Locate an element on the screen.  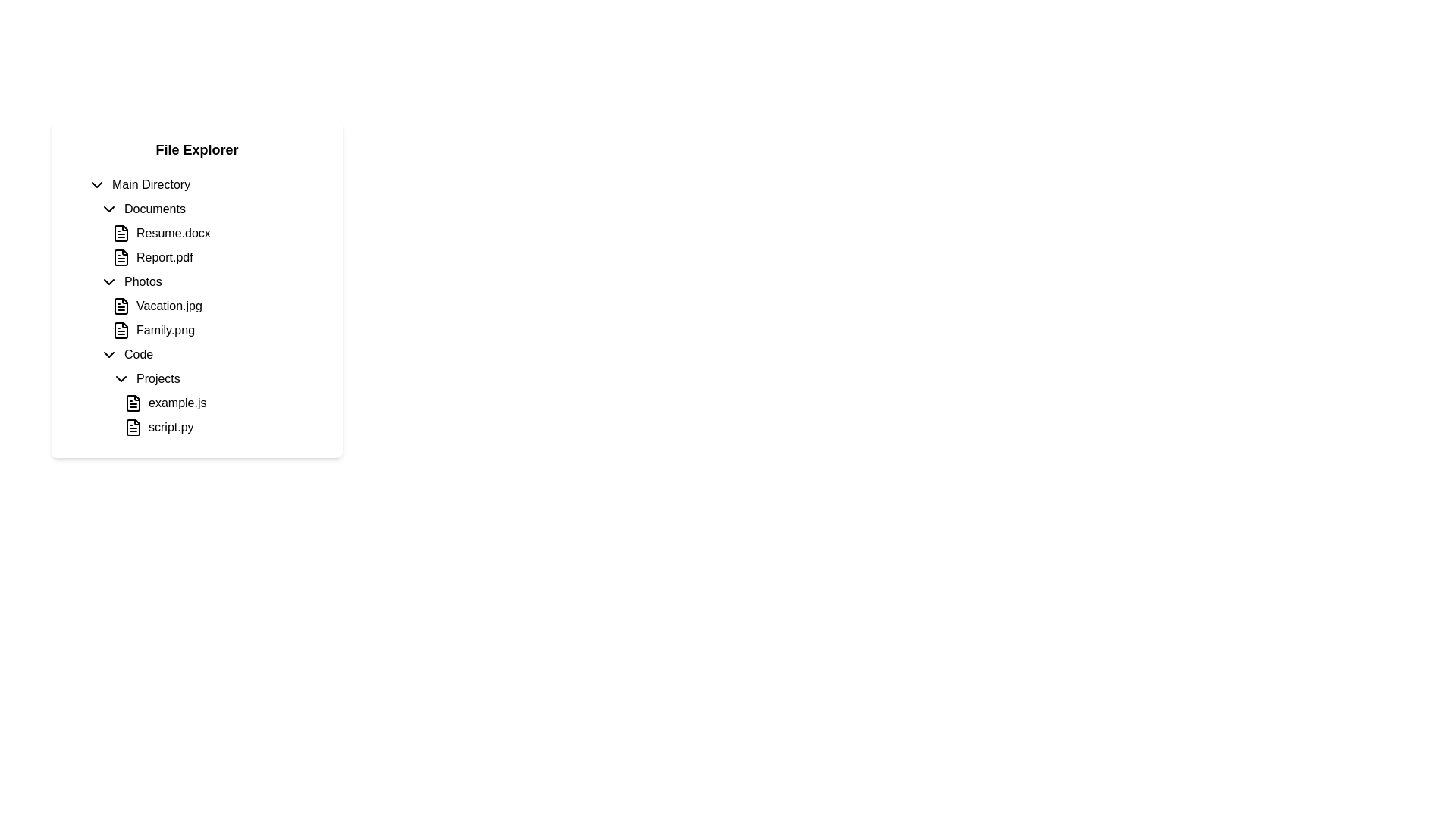
the 'Report.pdf' file label, which is a text label with an accompanying document icon is located at coordinates (208, 256).